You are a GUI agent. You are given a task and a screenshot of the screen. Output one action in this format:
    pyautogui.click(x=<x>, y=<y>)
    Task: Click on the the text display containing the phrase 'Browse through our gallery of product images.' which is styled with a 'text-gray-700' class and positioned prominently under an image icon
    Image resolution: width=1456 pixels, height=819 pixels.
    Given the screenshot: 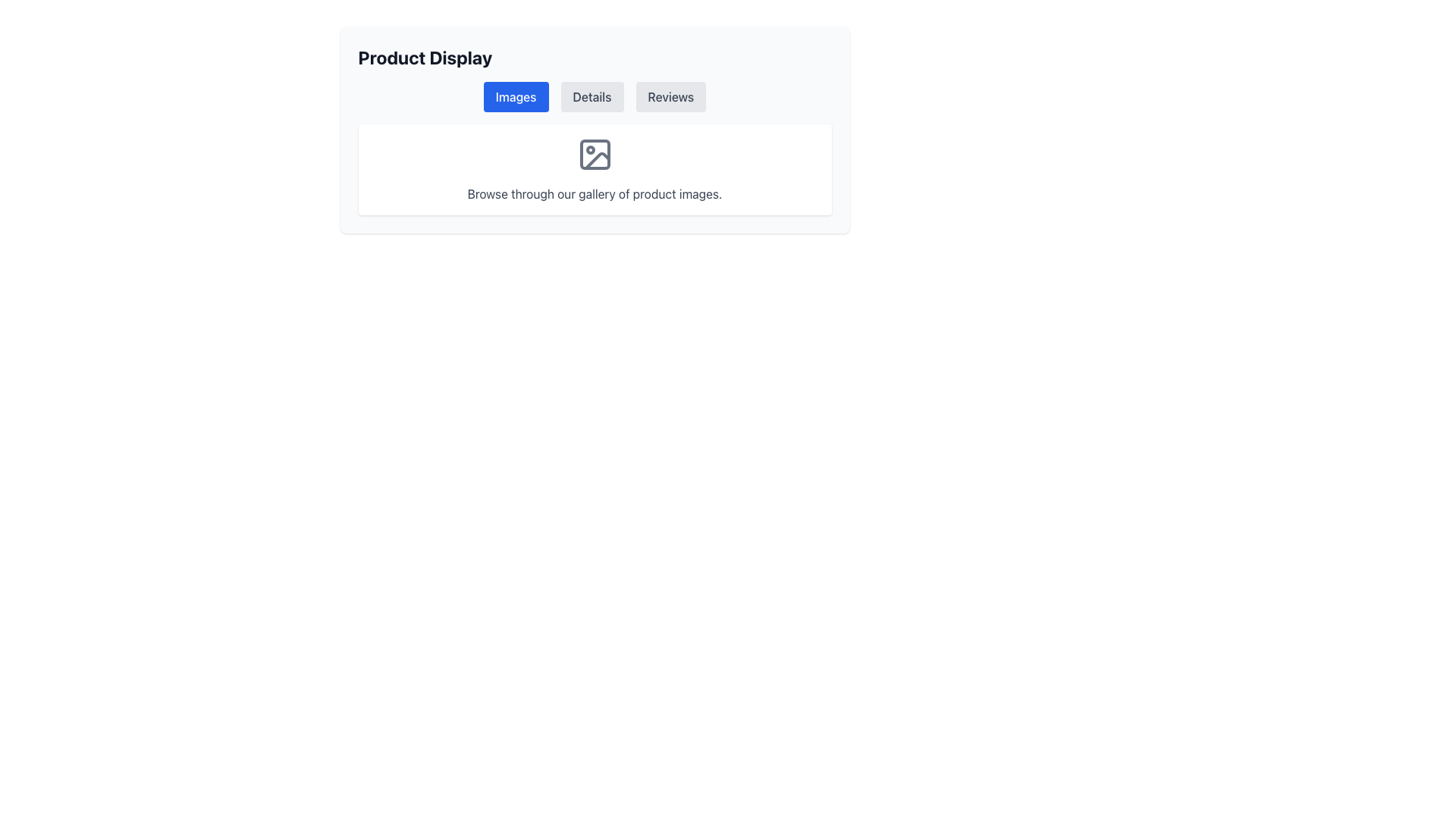 What is the action you would take?
    pyautogui.click(x=594, y=193)
    